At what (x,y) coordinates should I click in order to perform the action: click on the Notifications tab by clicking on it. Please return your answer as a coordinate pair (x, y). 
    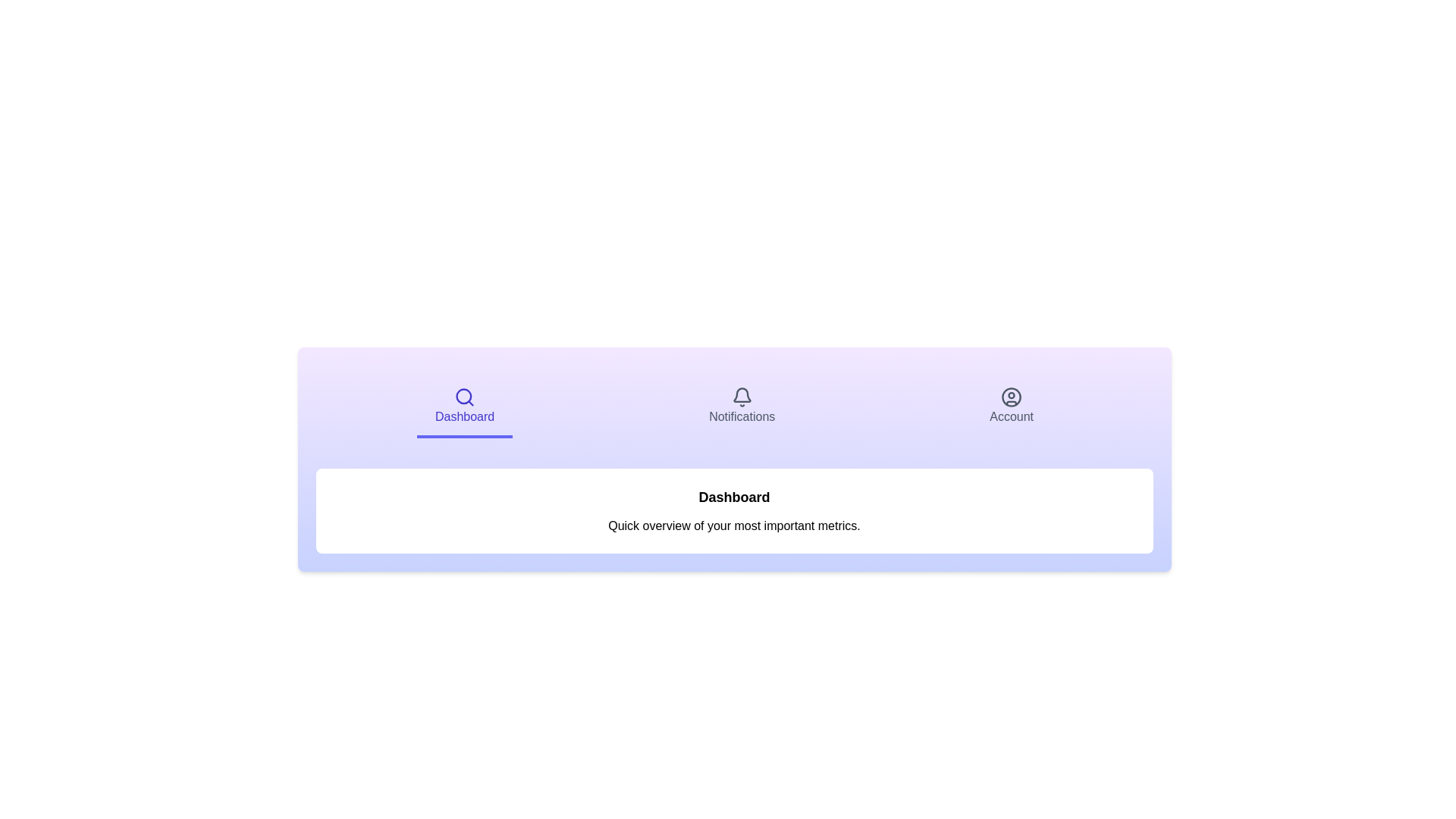
    Looking at the image, I should click on (742, 406).